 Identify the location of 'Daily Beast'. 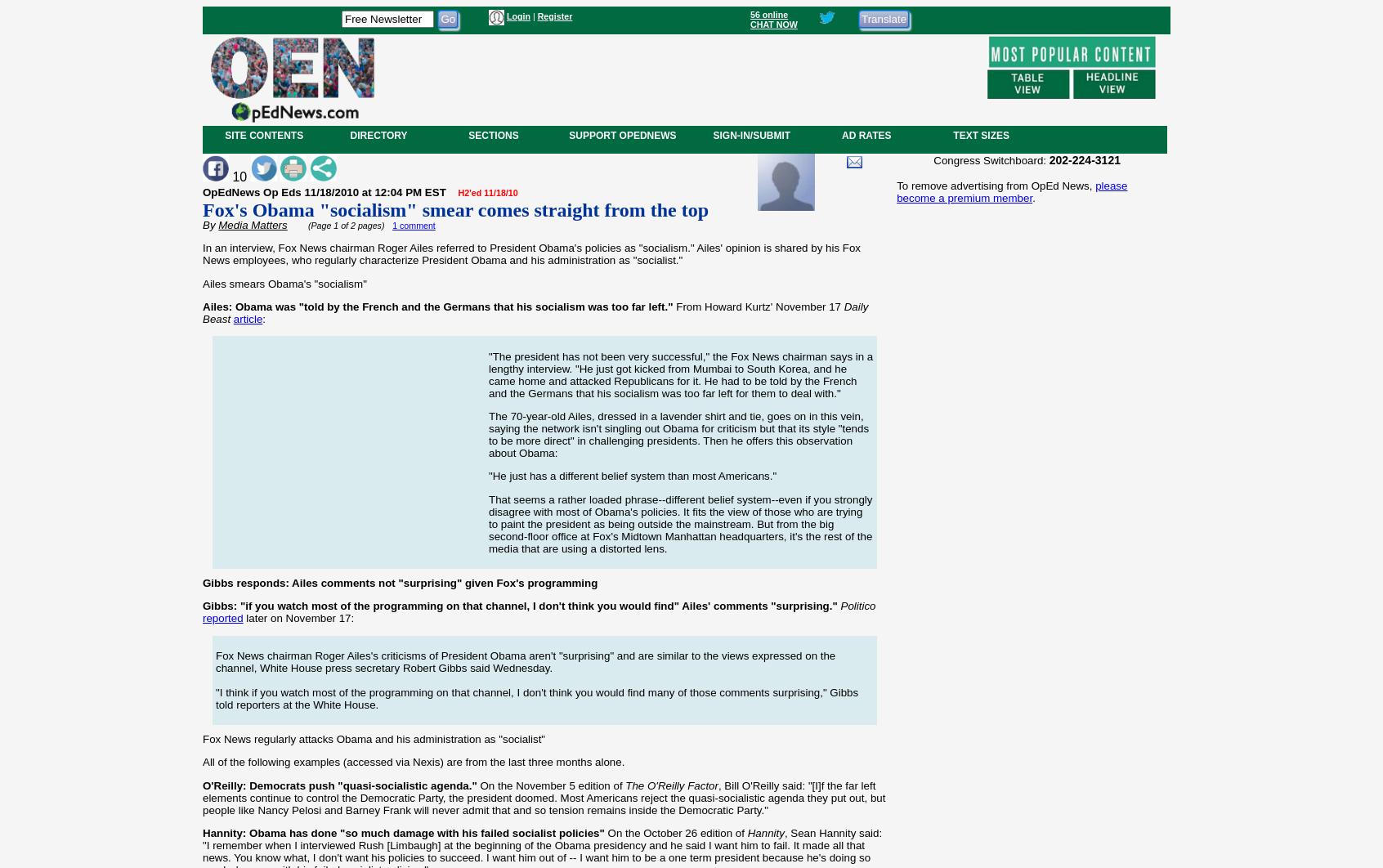
(535, 311).